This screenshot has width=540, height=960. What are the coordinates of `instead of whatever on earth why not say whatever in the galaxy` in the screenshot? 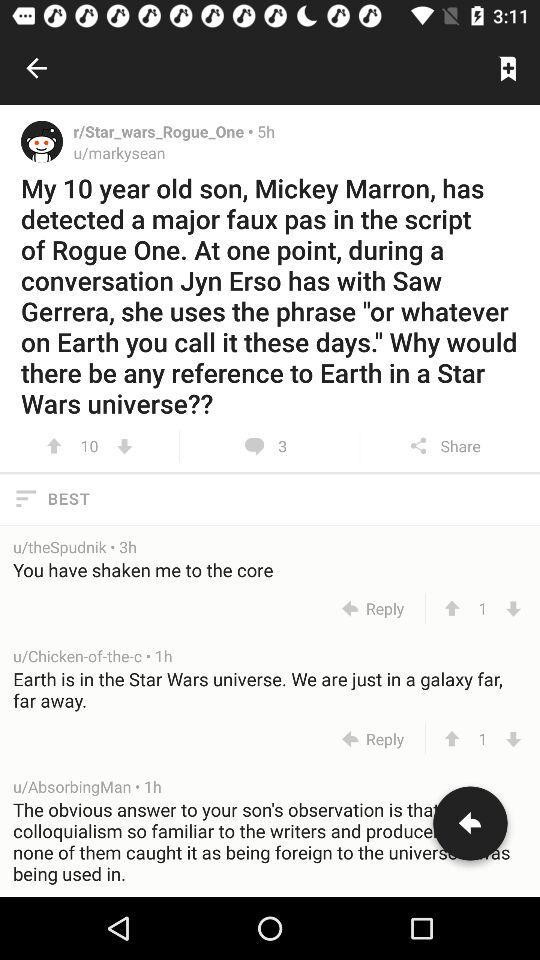 It's located at (124, 446).